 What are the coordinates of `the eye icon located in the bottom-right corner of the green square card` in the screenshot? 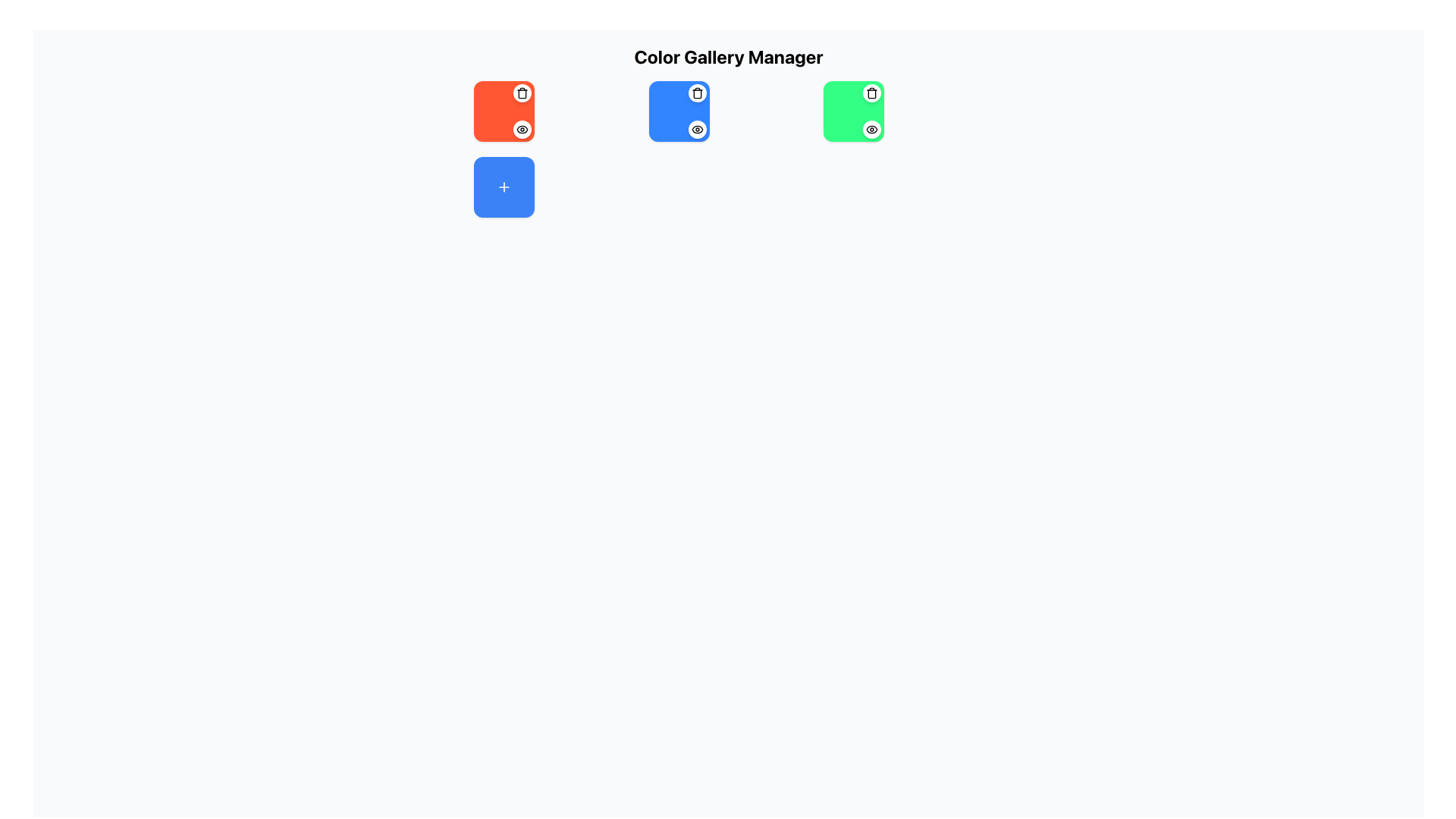 It's located at (872, 128).